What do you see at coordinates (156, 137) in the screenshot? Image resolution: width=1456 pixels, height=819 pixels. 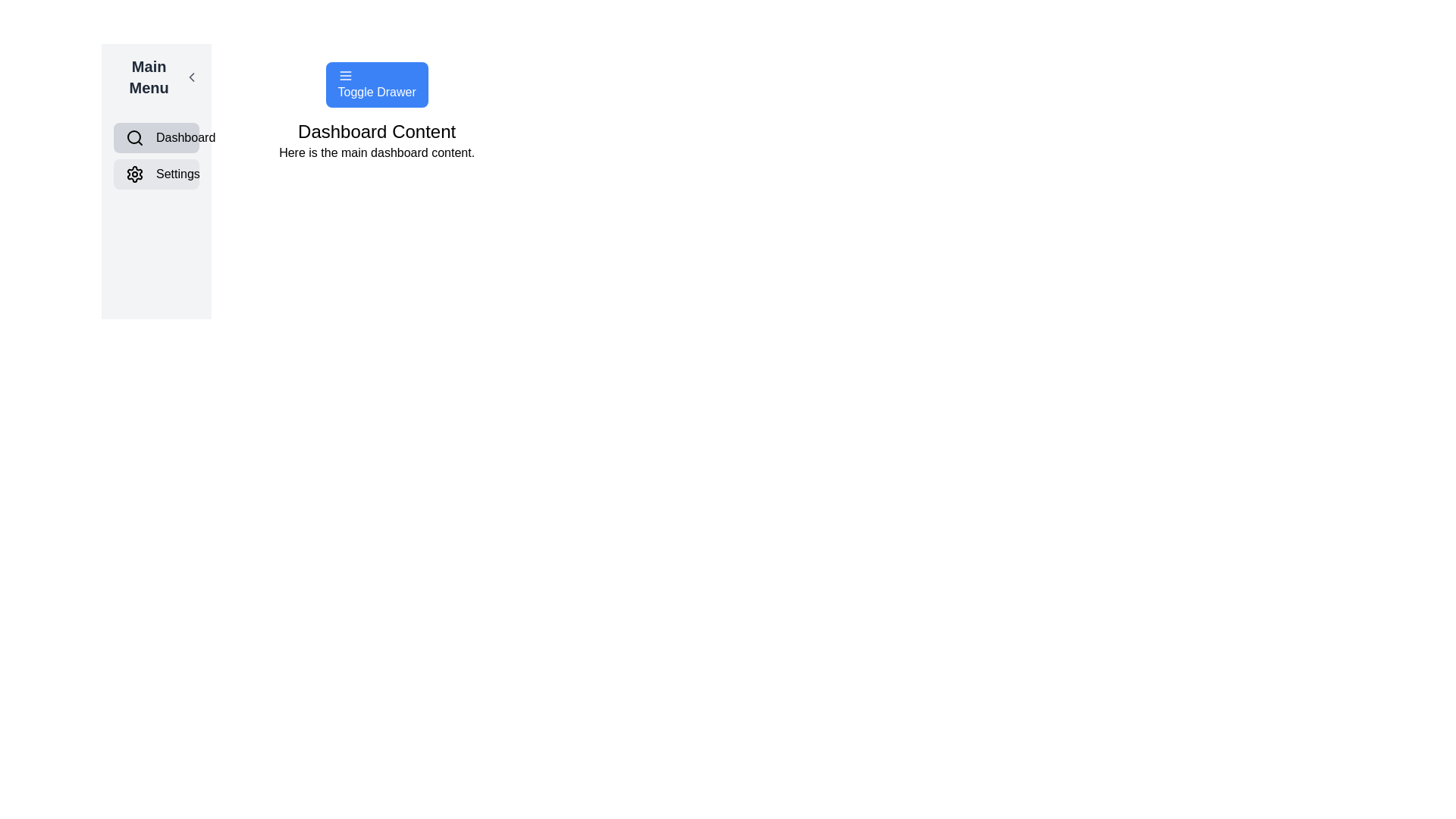 I see `the 'Dashboard' button, which is a rectangular button with rounded corners containing a magnifying glass icon and bold text, located under 'Main Menu' in the navigation area` at bounding box center [156, 137].